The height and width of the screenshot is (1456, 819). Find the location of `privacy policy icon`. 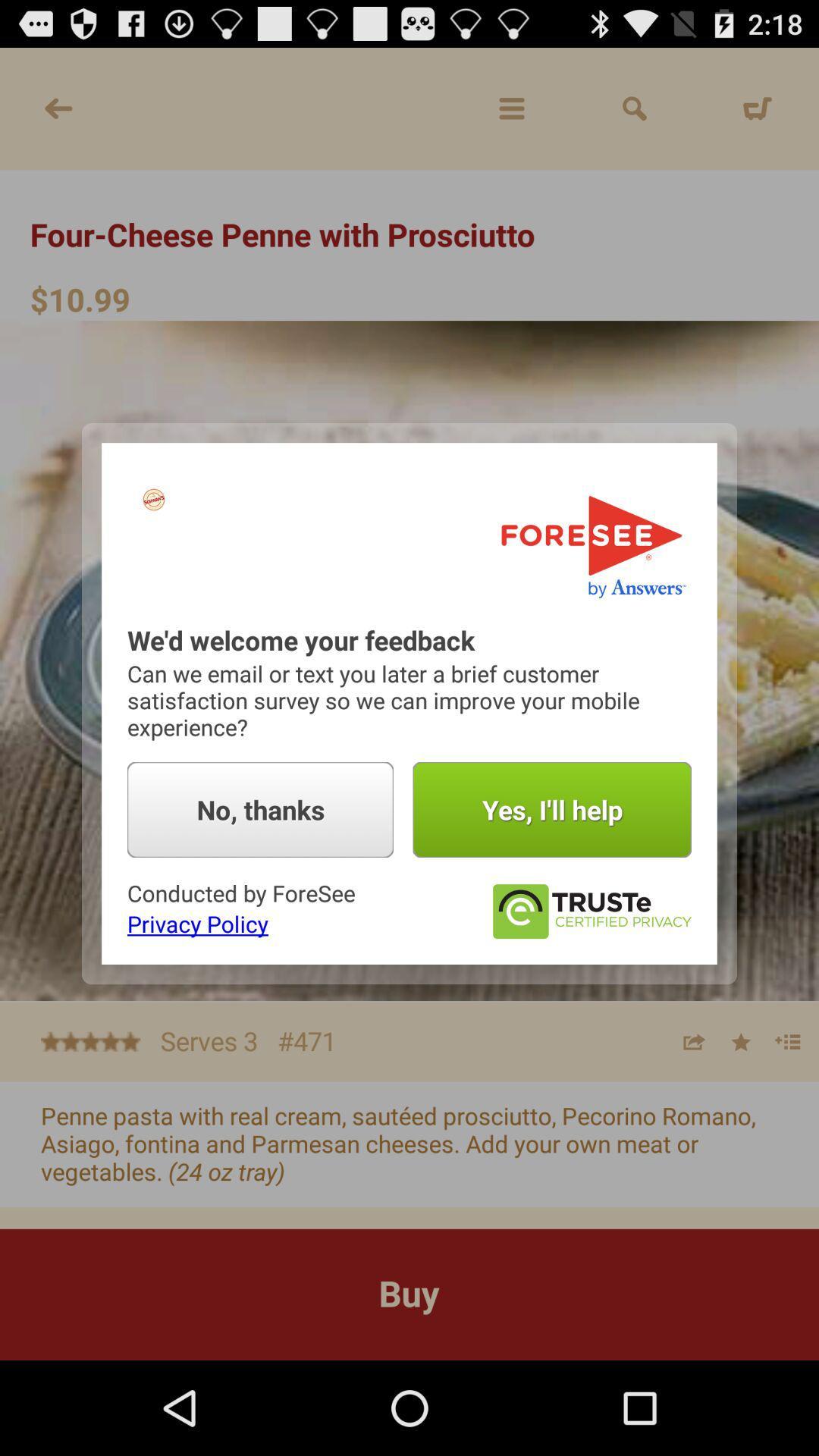

privacy policy icon is located at coordinates (197, 923).